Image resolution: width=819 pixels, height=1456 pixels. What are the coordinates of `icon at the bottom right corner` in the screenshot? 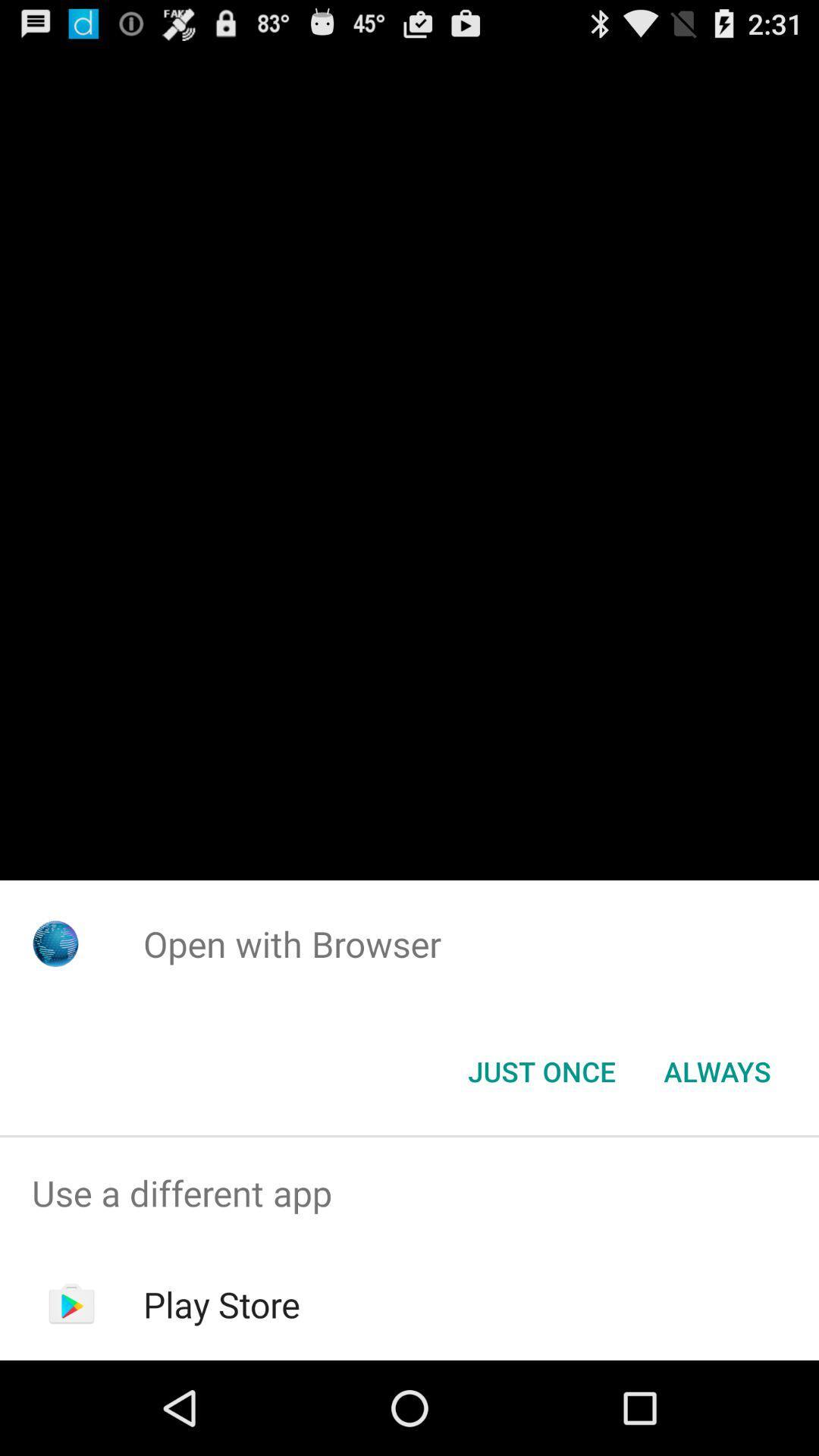 It's located at (717, 1070).